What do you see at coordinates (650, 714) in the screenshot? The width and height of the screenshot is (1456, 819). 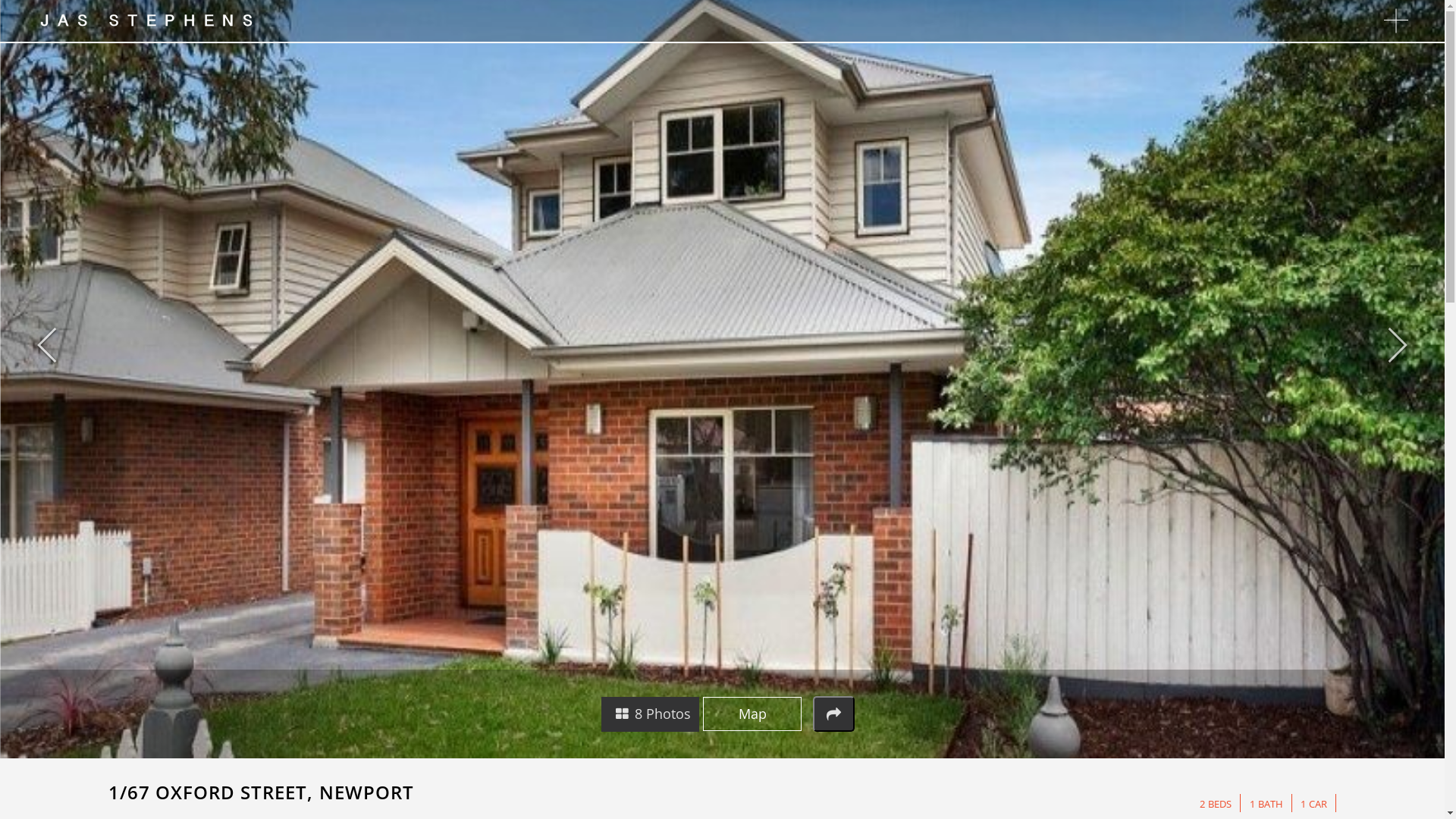 I see `'8 Photos'` at bounding box center [650, 714].